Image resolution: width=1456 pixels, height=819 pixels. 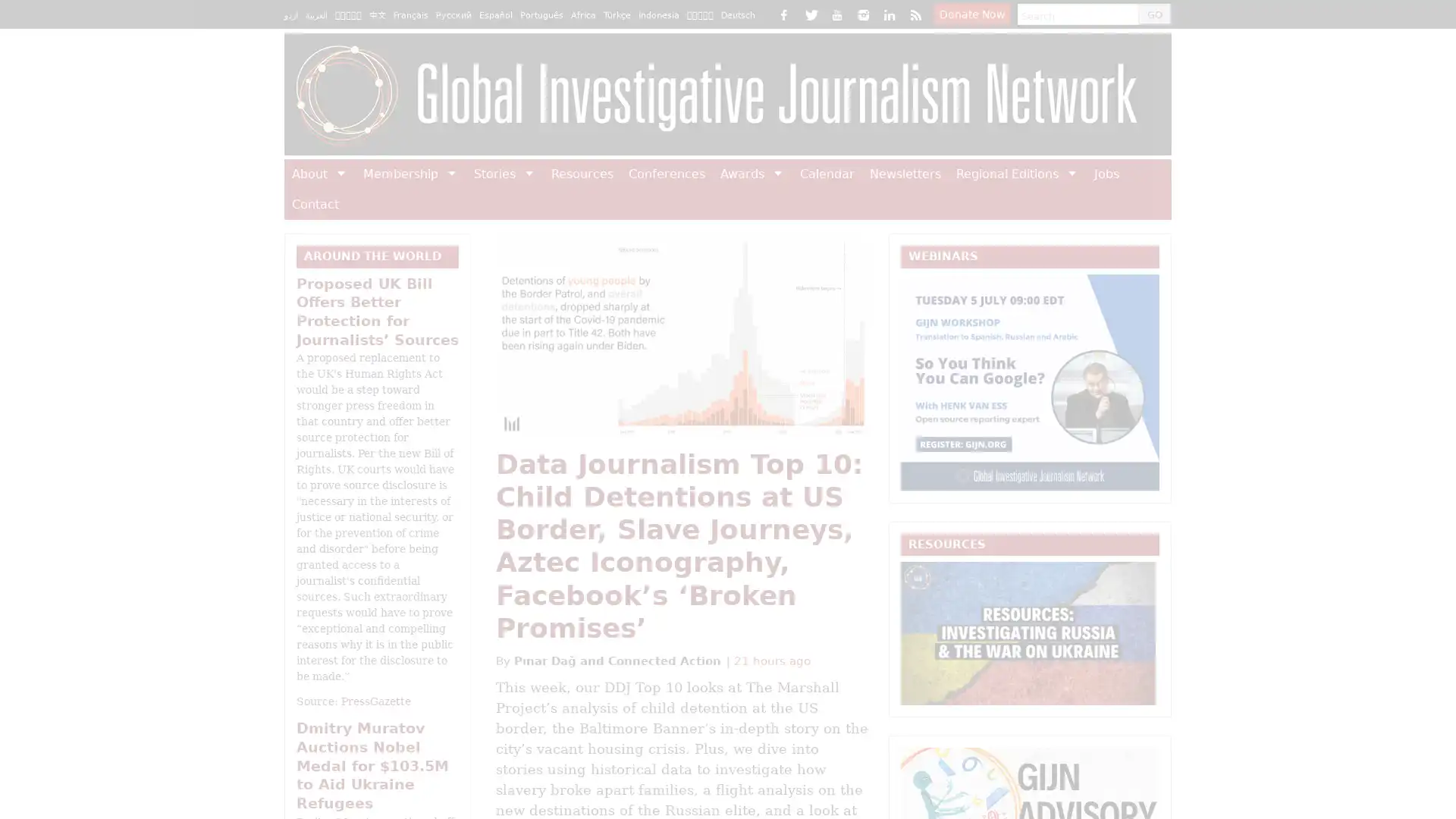 What do you see at coordinates (1069, 87) in the screenshot?
I see `Close` at bounding box center [1069, 87].